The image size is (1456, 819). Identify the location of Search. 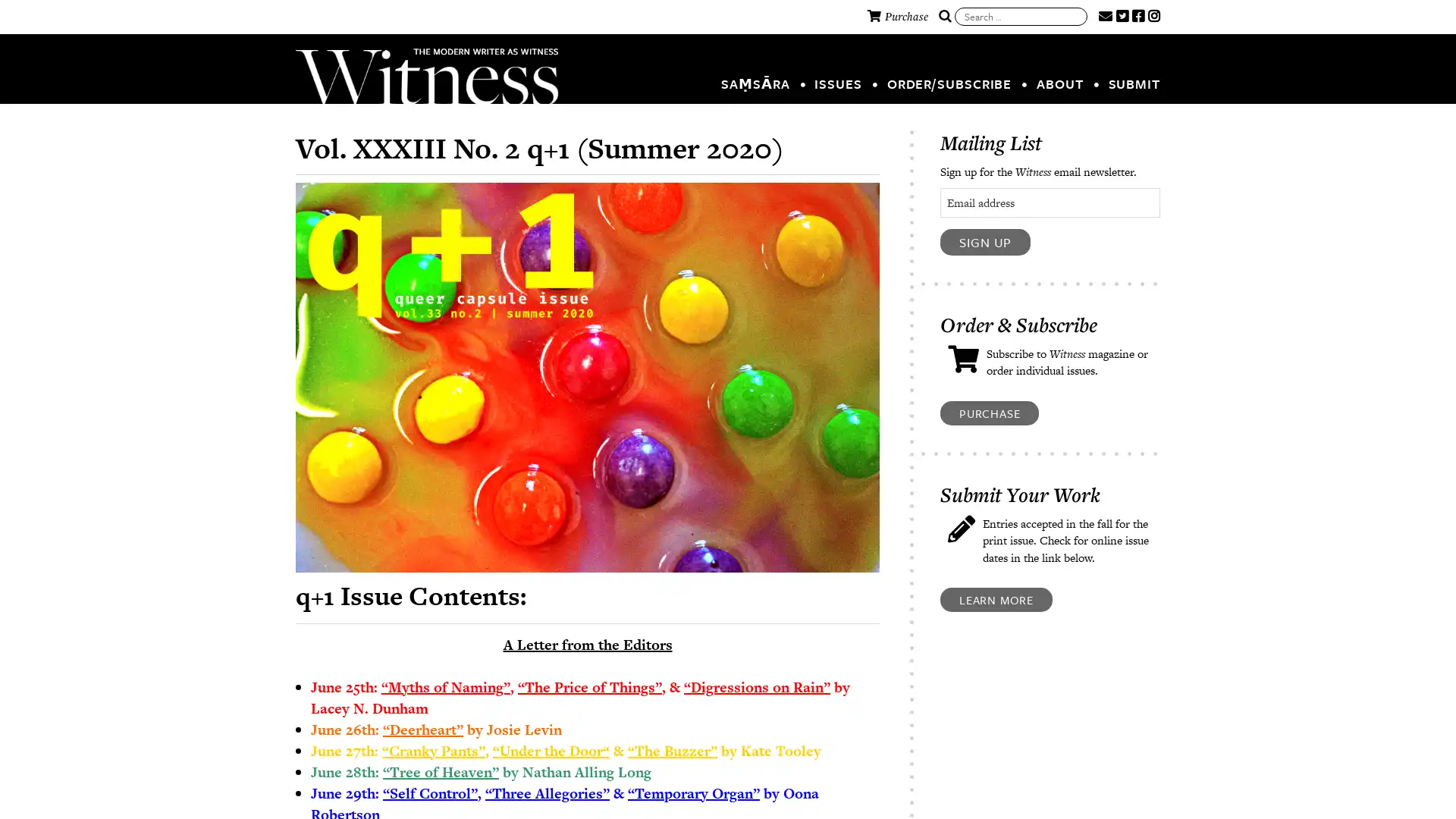
(944, 17).